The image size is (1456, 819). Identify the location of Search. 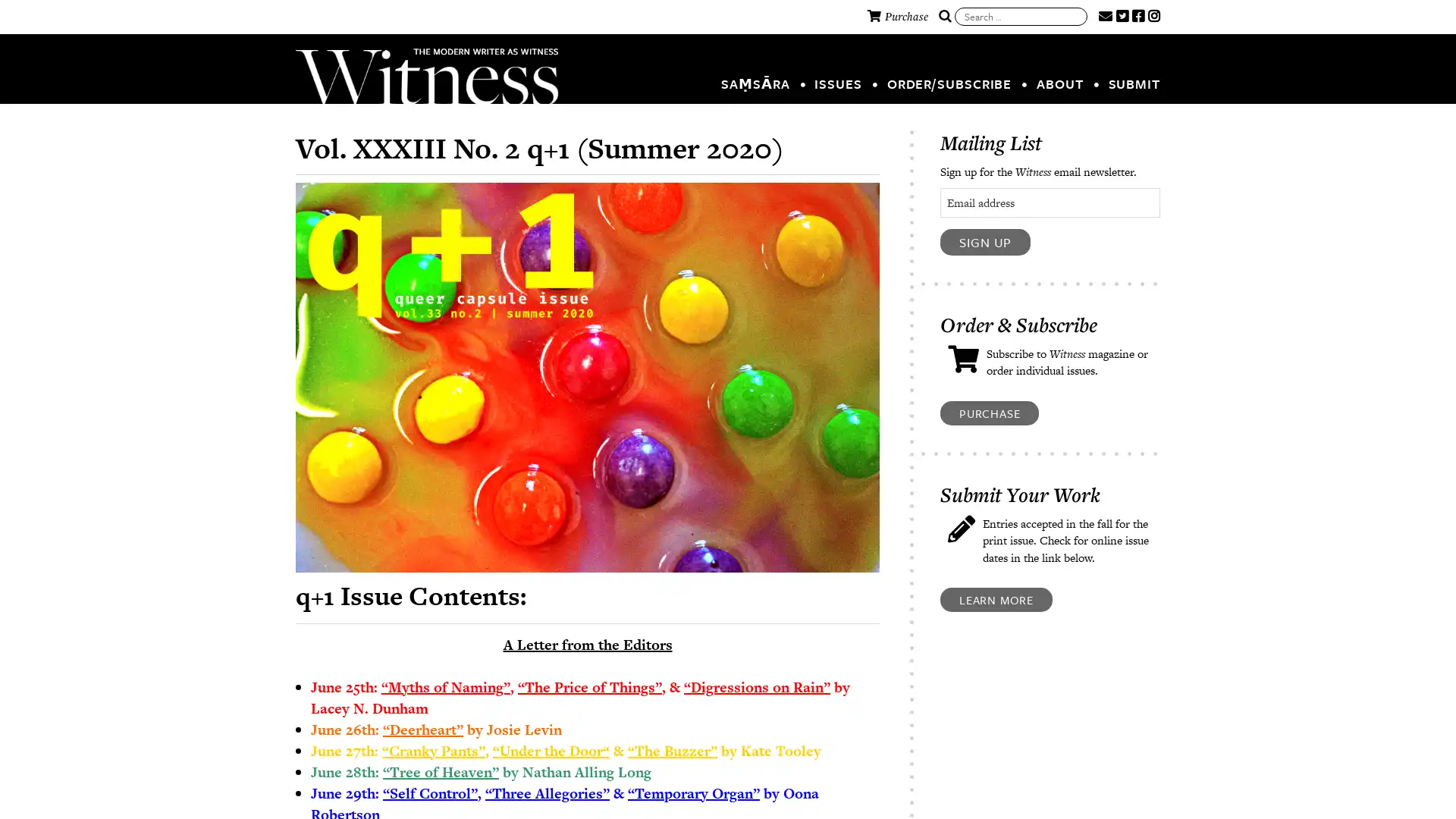
(944, 17).